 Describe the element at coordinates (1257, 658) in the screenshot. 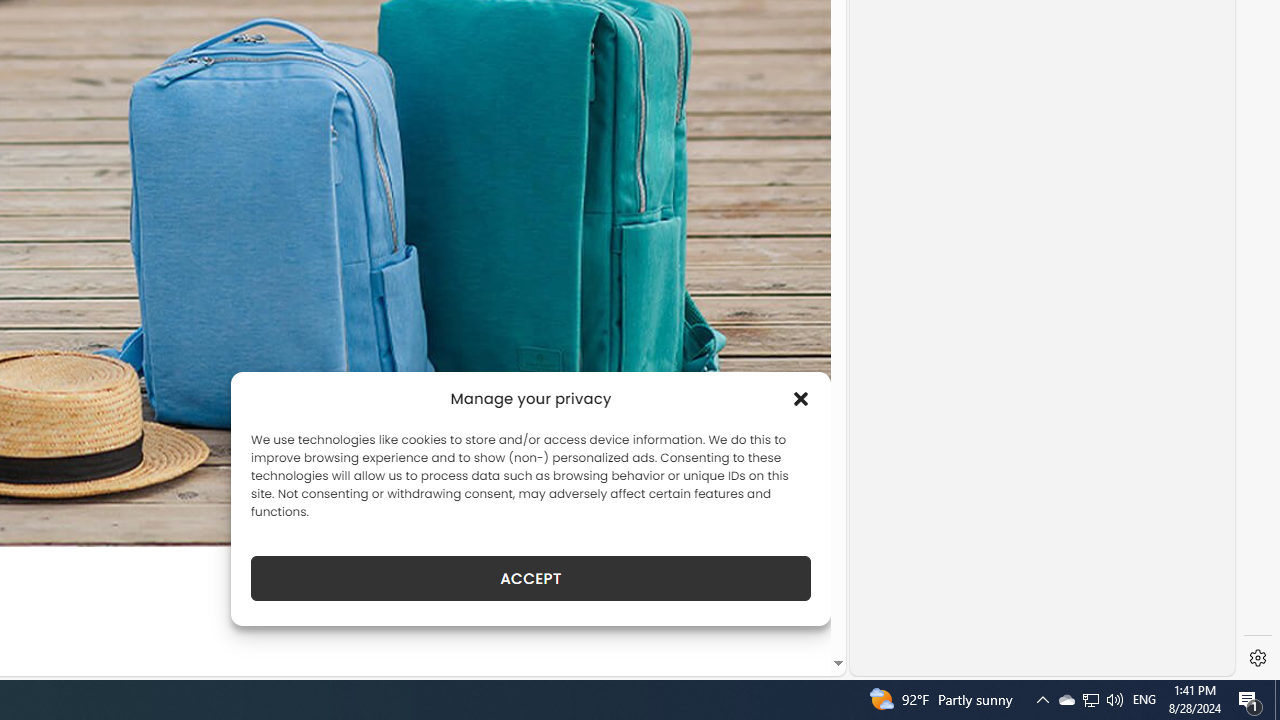

I see `'Settings'` at that location.